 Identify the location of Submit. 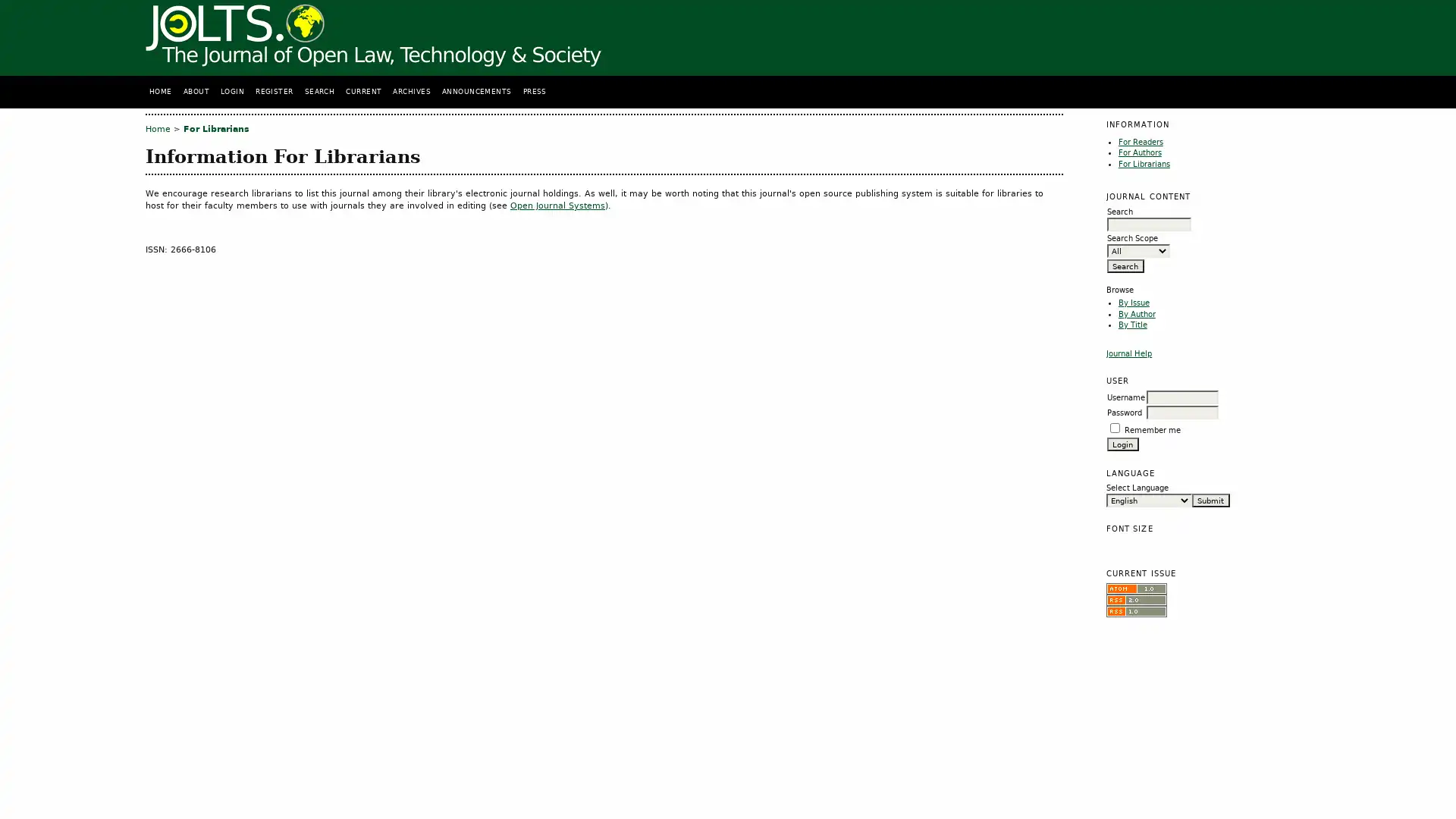
(1210, 500).